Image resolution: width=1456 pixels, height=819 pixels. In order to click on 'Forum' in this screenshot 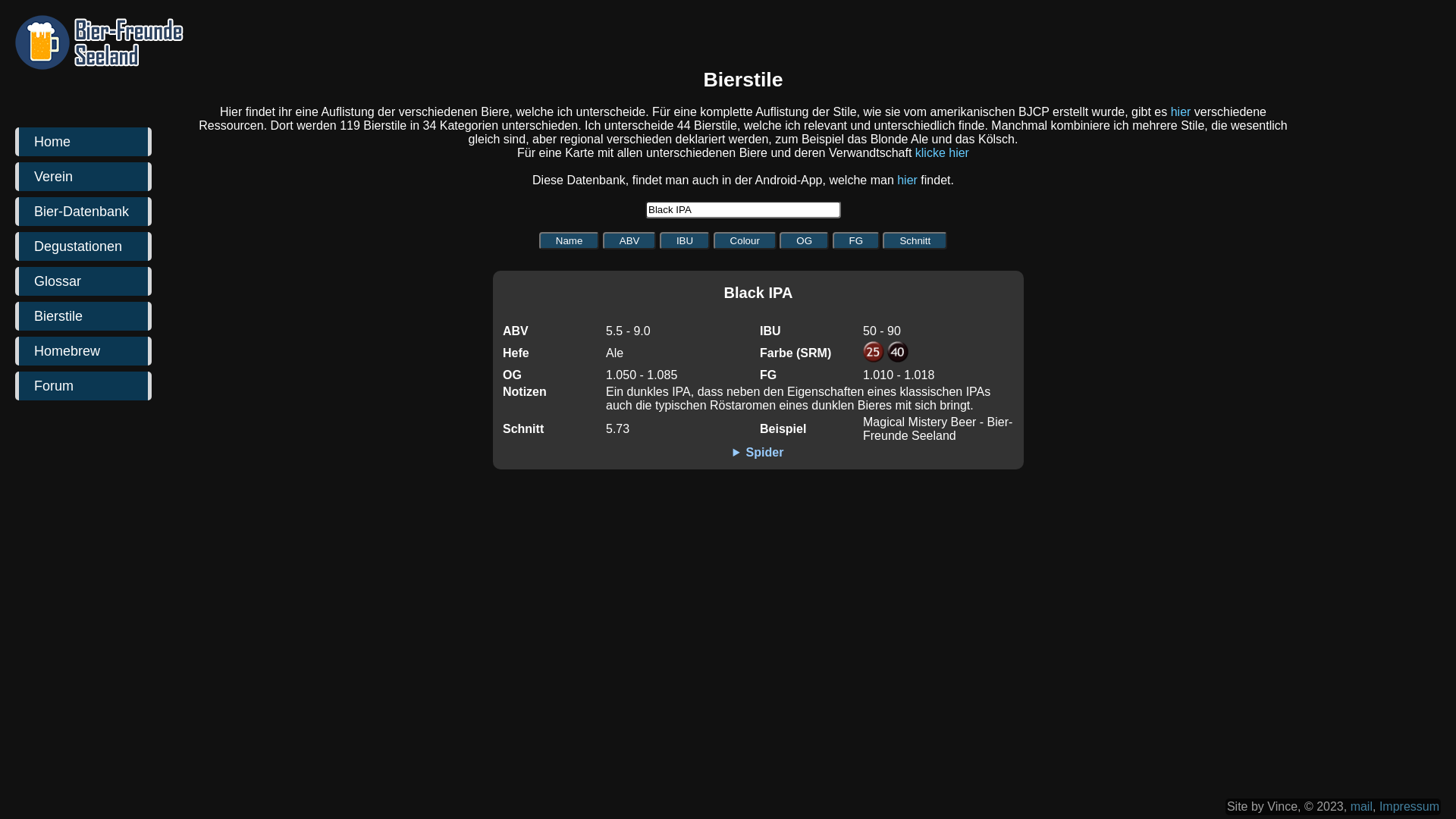, I will do `click(83, 385)`.